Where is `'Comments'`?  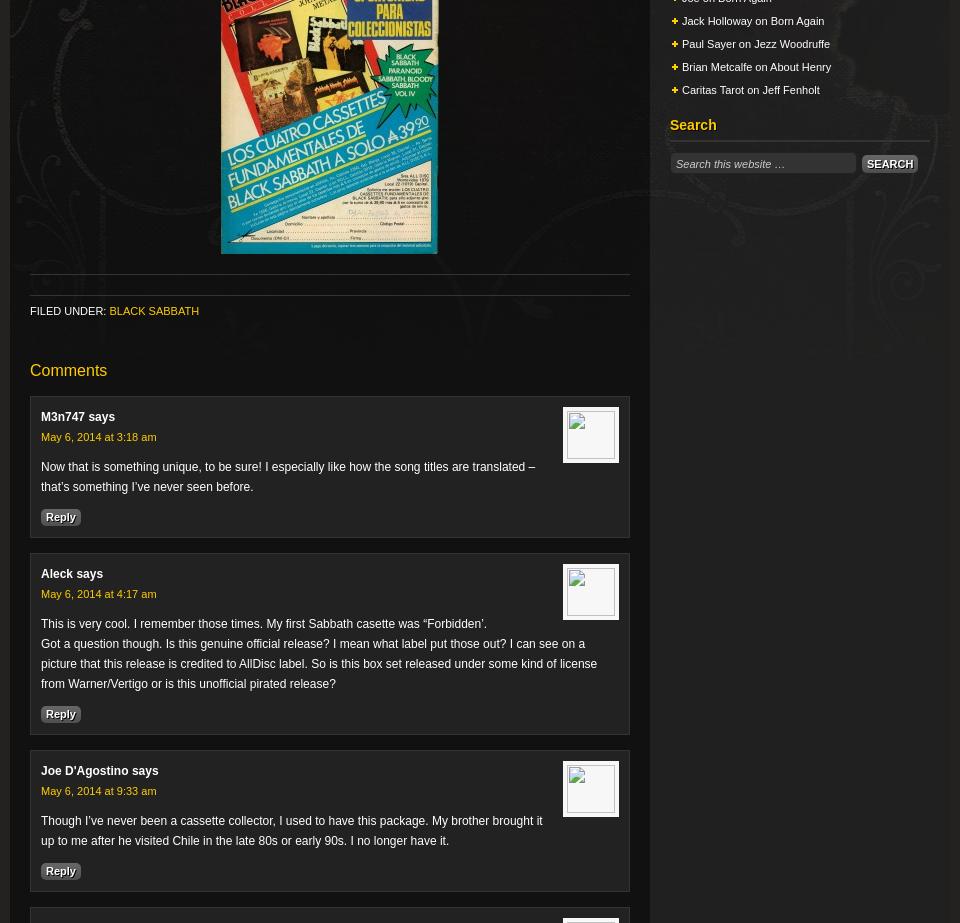
'Comments' is located at coordinates (28, 370).